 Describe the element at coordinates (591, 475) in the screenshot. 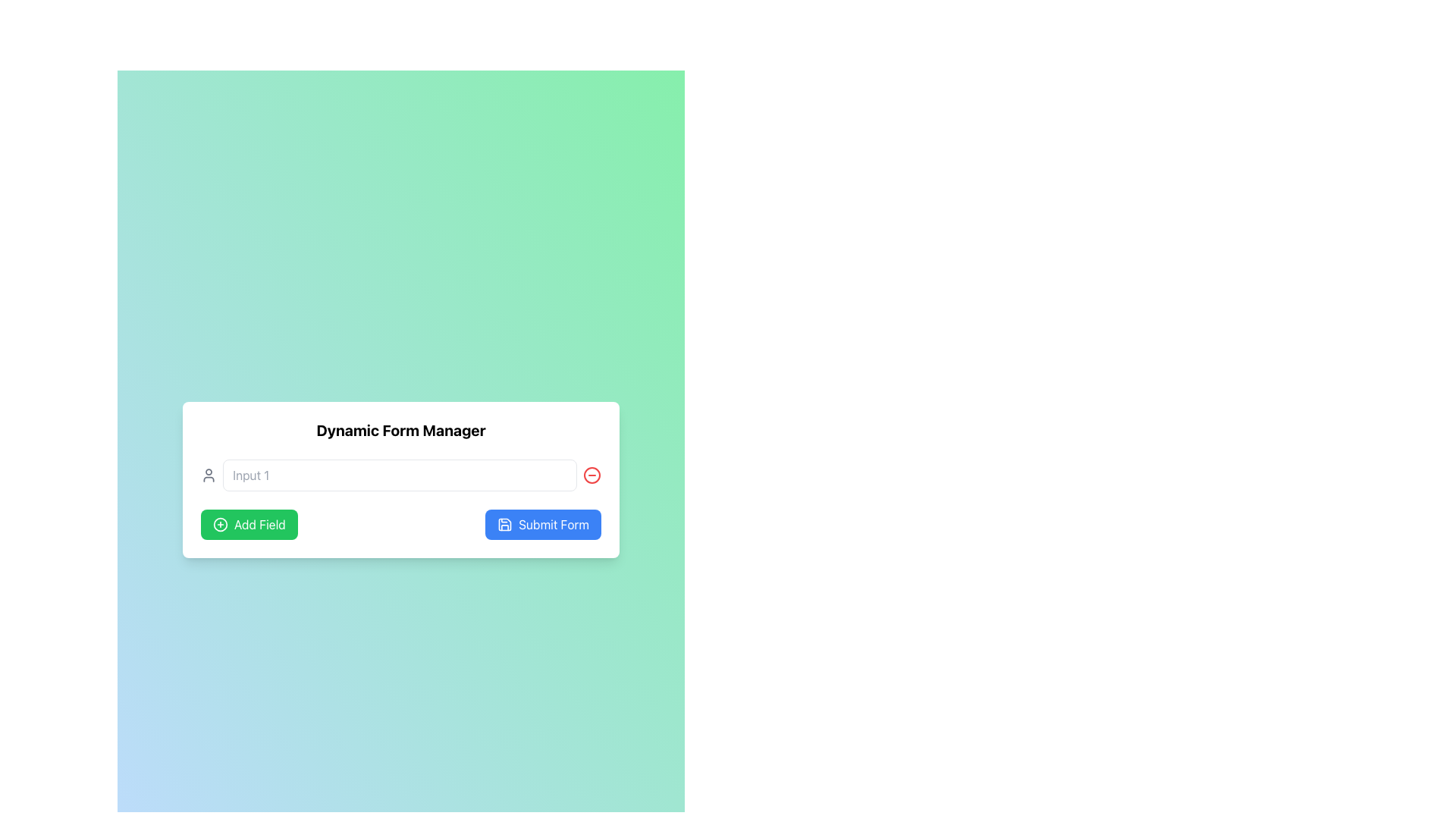

I see `the delete button positioned at the right edge of the input field labeled 'Input 1'` at that location.